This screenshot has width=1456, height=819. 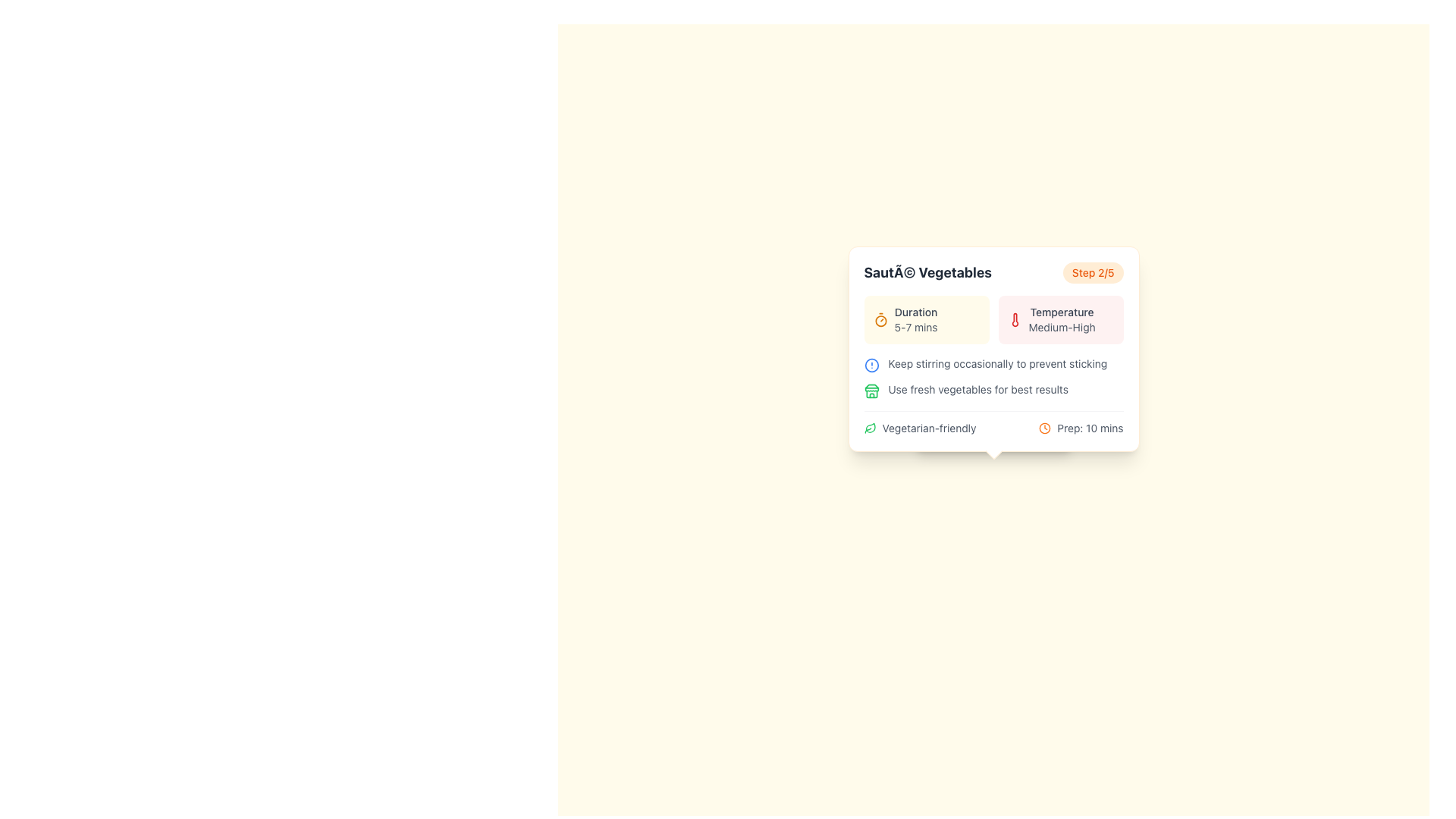 What do you see at coordinates (919, 428) in the screenshot?
I see `vegetarian diet suitability label located in the bottom-left part of the card, just above the 'Prep: 10 mins' text and to the right of the leaf icon` at bounding box center [919, 428].